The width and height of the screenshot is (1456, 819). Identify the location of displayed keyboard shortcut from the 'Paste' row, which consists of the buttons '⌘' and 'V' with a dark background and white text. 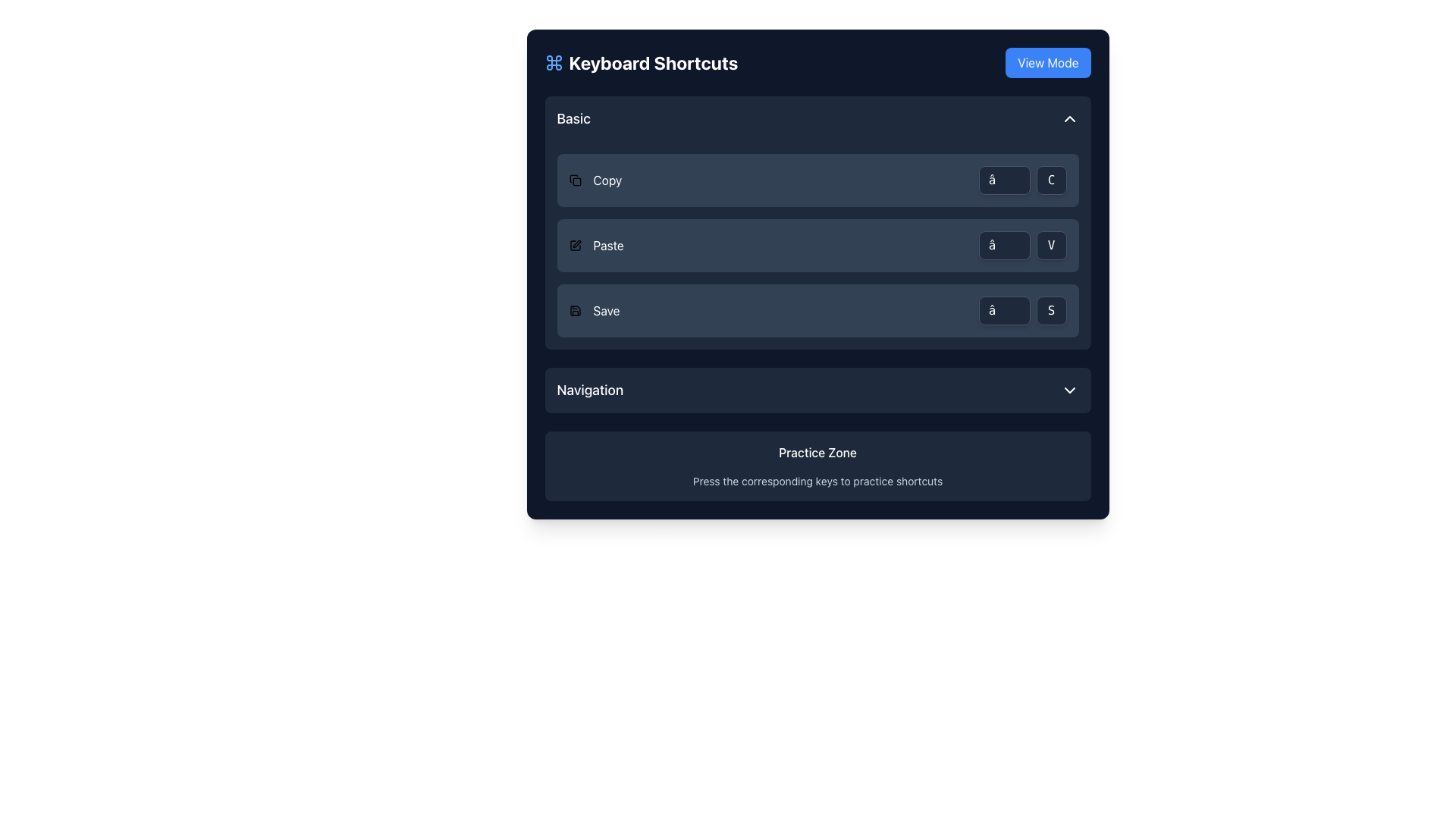
(1022, 245).